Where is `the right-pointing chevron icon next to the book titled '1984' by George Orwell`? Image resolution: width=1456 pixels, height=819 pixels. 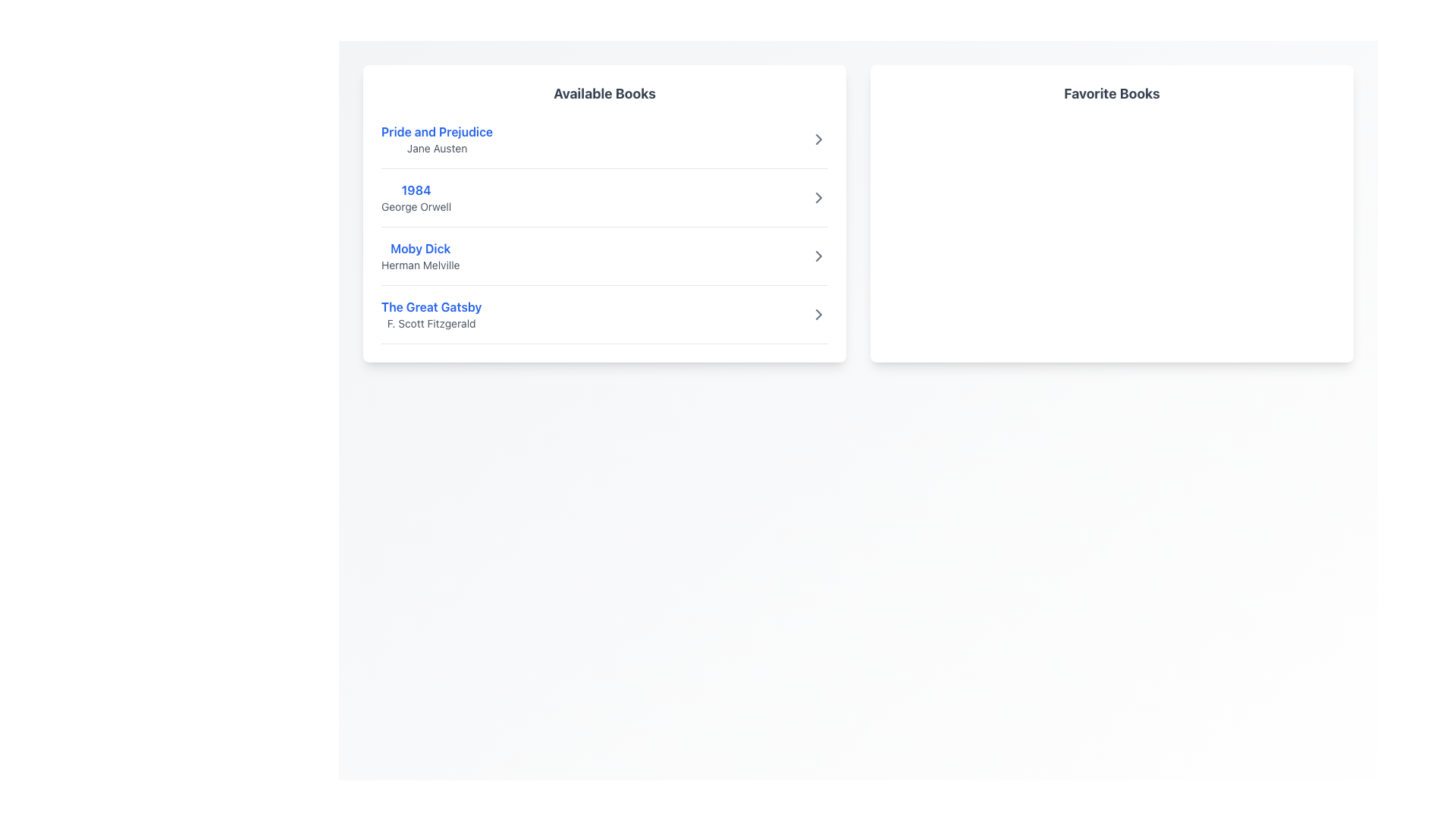 the right-pointing chevron icon next to the book titled '1984' by George Orwell is located at coordinates (818, 197).